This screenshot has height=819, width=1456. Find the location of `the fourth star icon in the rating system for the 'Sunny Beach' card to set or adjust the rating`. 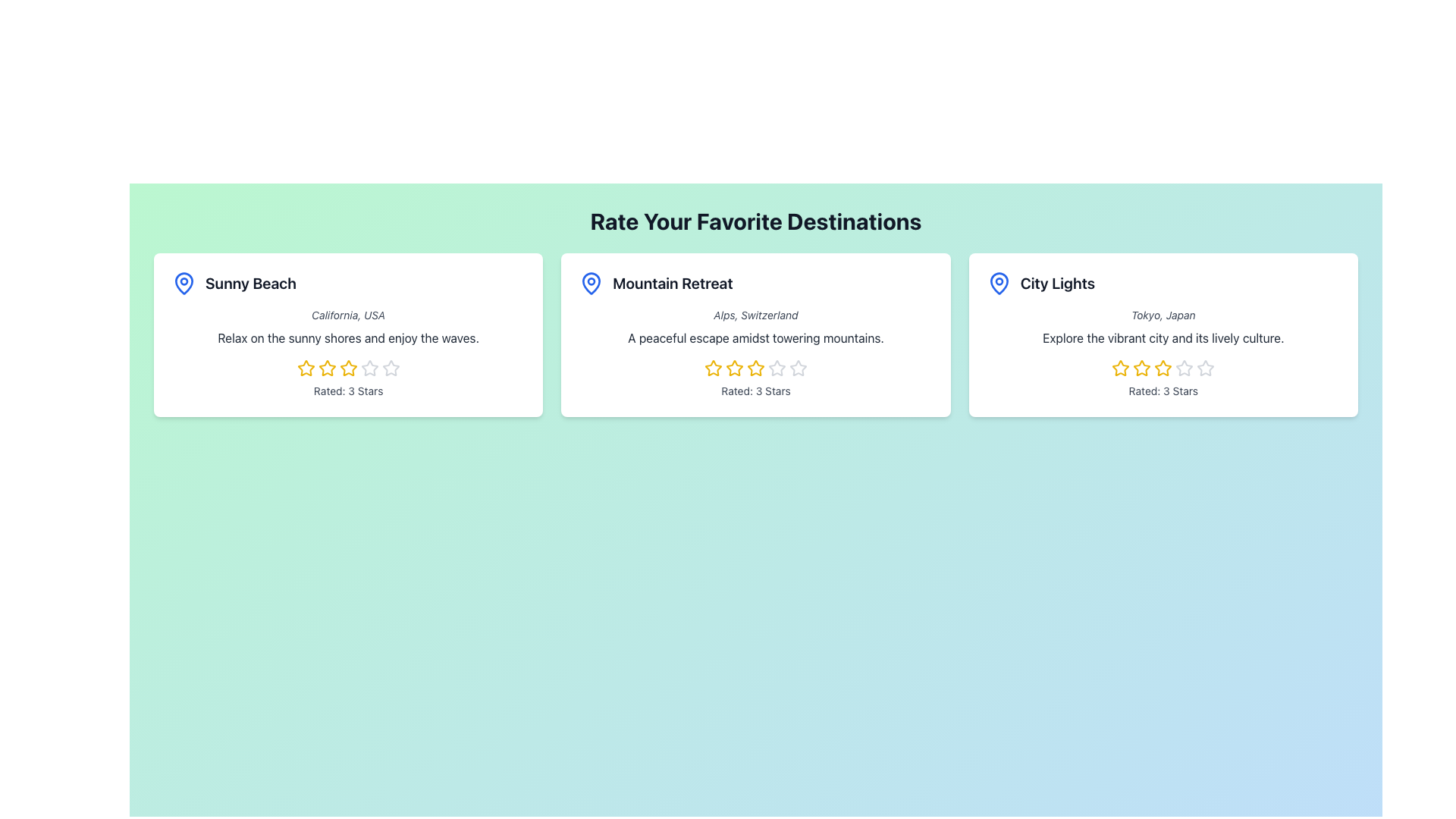

the fourth star icon in the rating system for the 'Sunny Beach' card to set or adjust the rating is located at coordinates (347, 369).